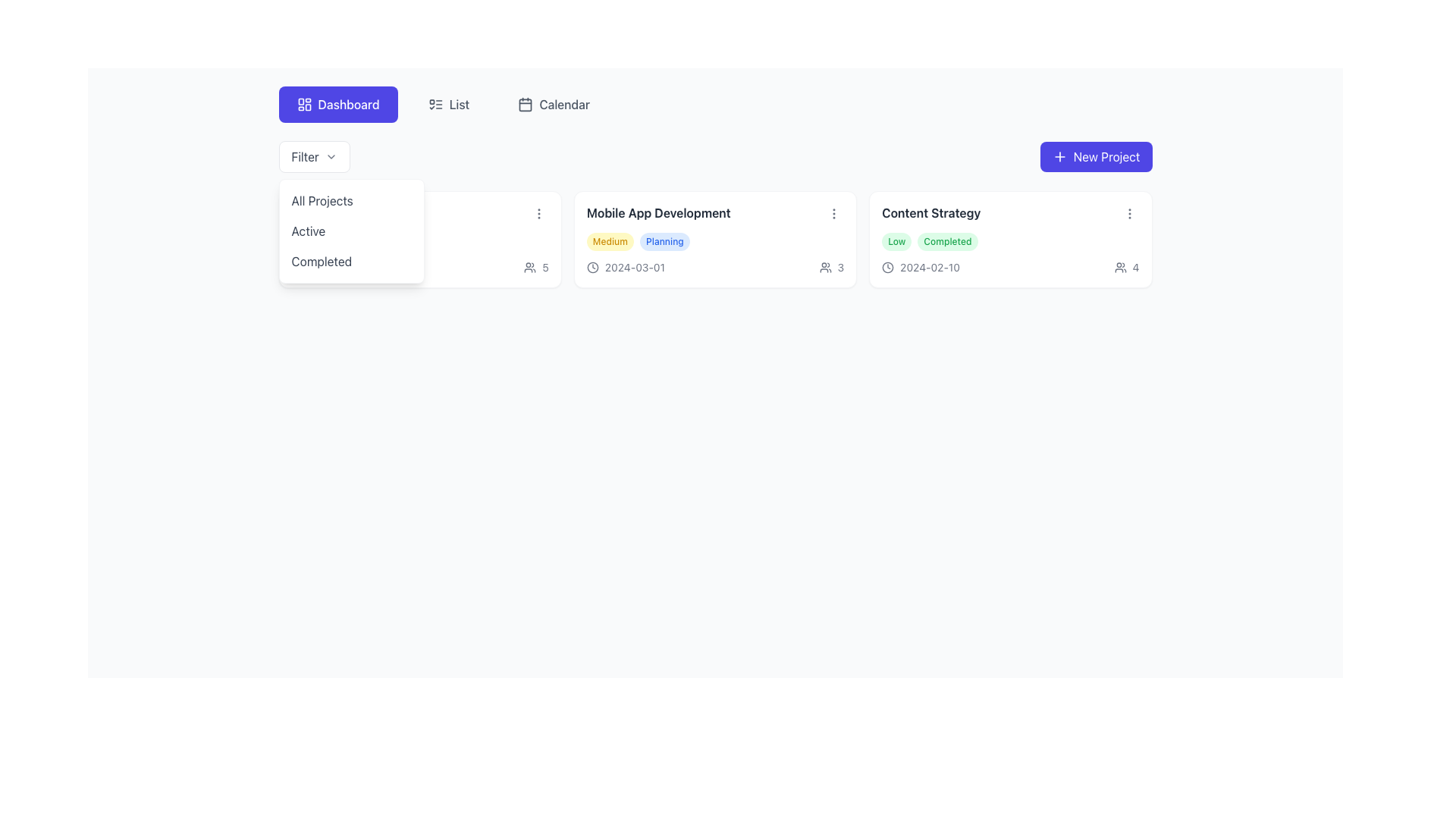 This screenshot has height=819, width=1456. Describe the element at coordinates (626, 267) in the screenshot. I see `the label displaying the date '2024-03-01' with a clock icon in the 'Mobile App Development' card` at that location.